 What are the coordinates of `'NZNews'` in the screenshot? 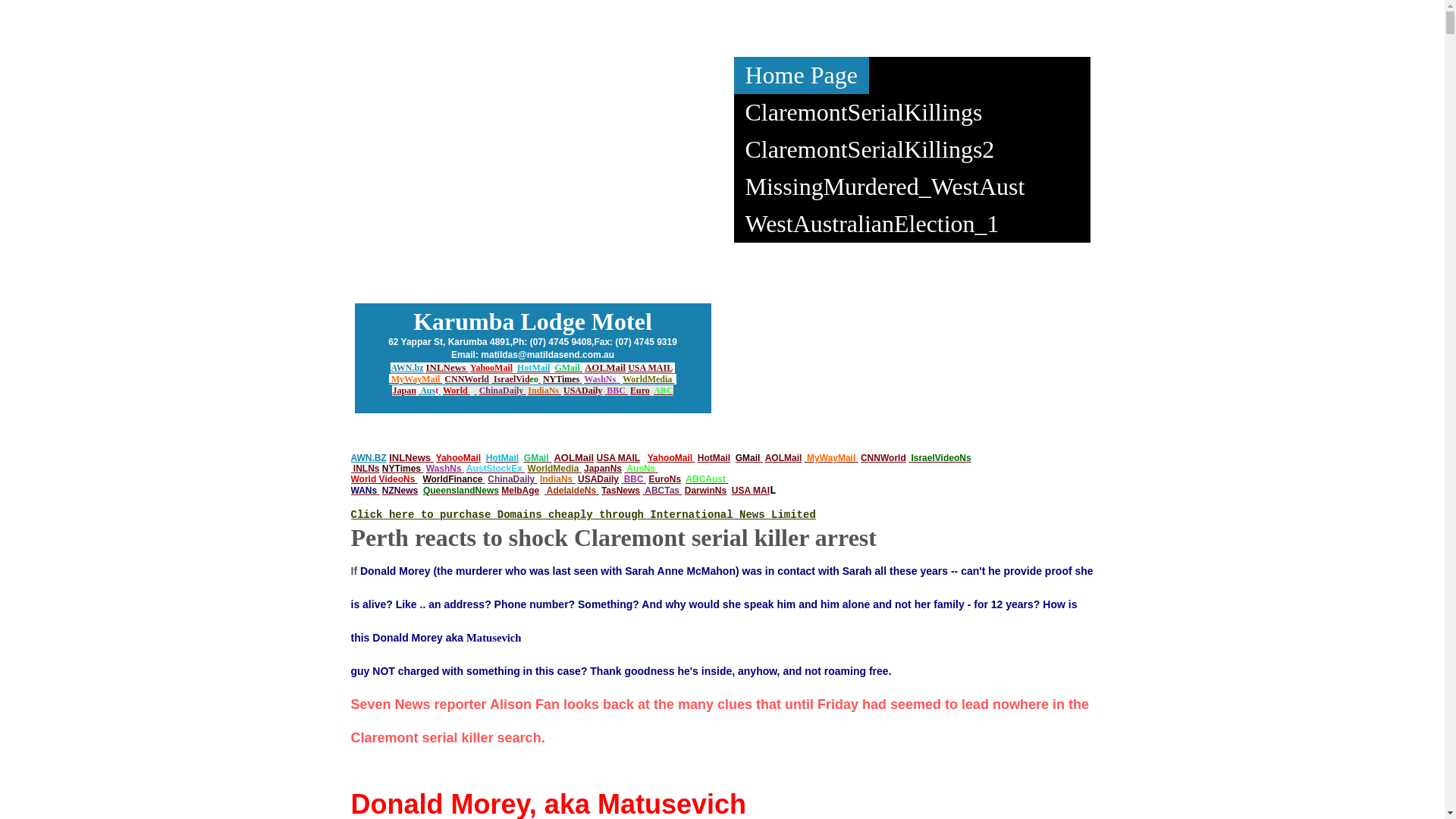 It's located at (400, 491).